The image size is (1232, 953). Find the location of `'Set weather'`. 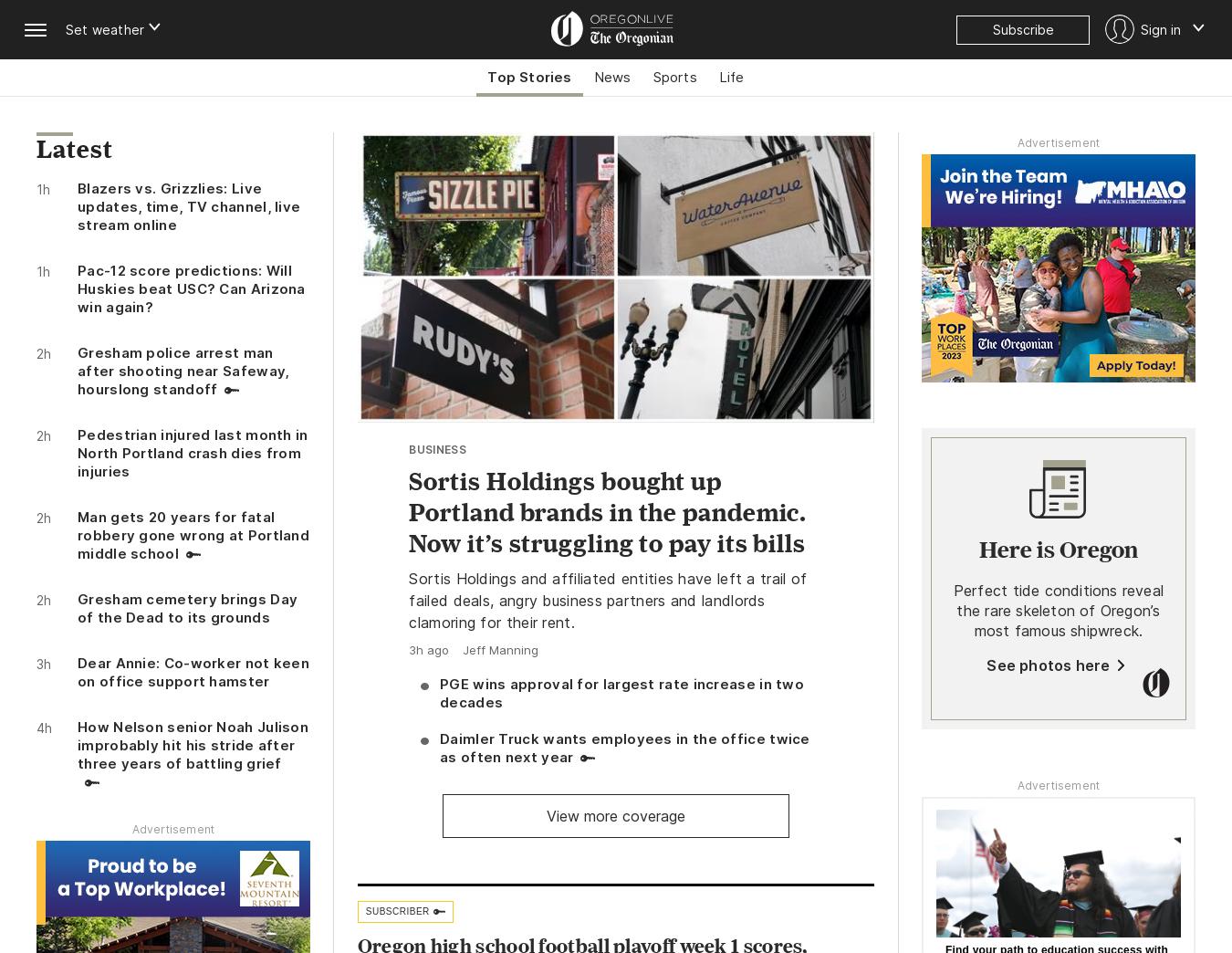

'Set weather' is located at coordinates (105, 28).